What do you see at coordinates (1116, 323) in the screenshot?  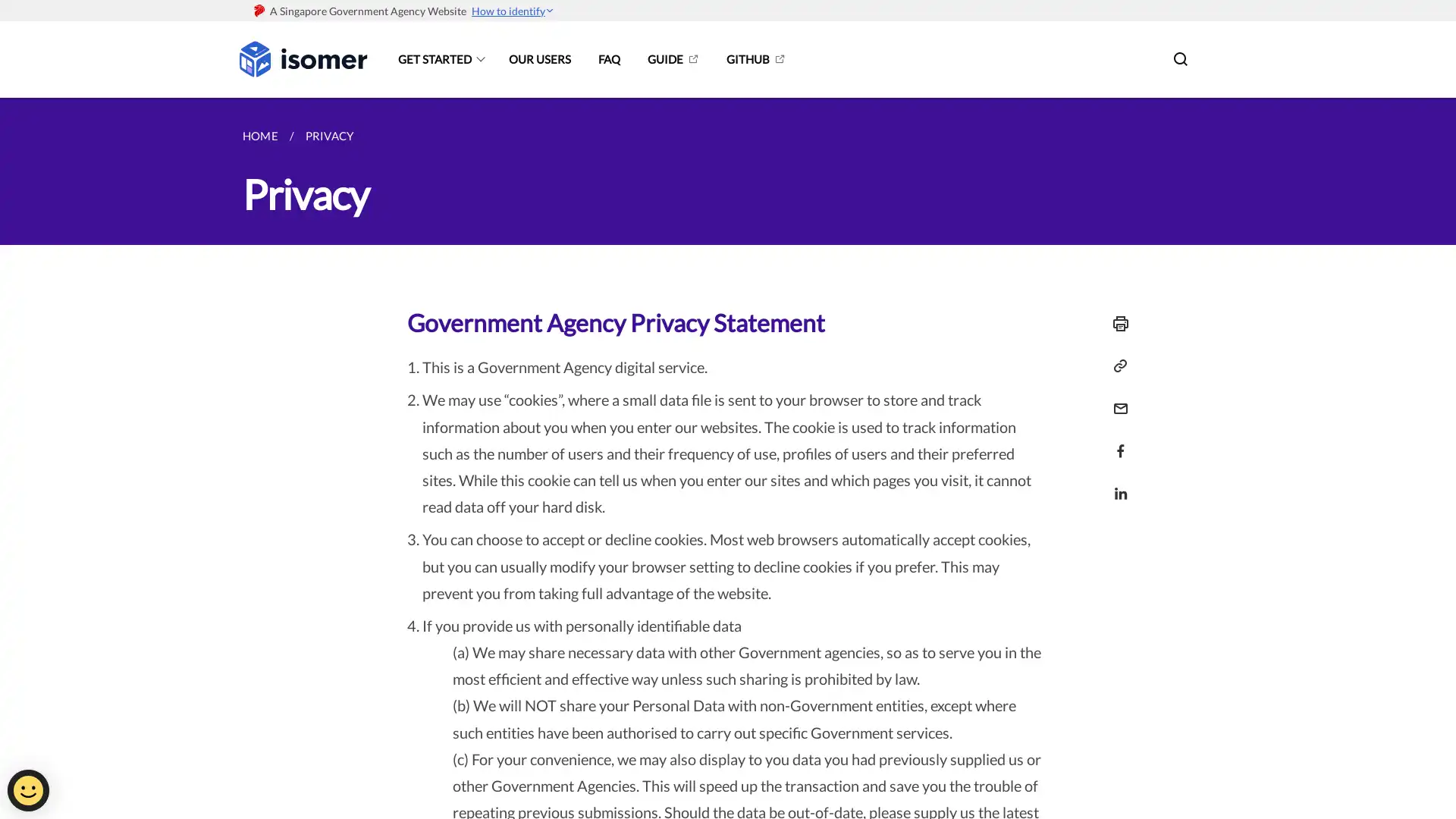 I see `Print` at bounding box center [1116, 323].